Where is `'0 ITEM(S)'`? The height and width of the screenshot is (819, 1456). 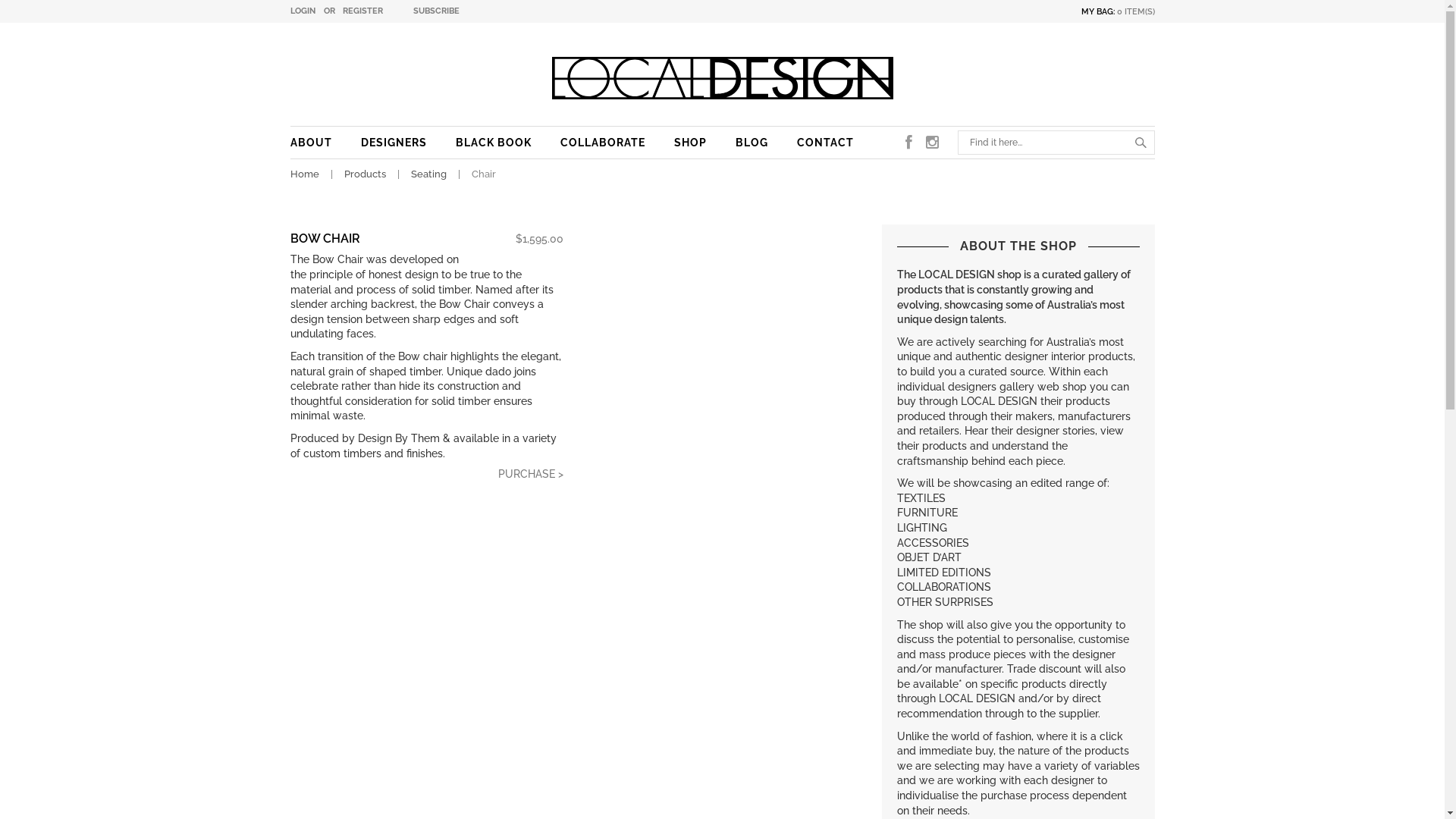
'0 ITEM(S)' is located at coordinates (1135, 11).